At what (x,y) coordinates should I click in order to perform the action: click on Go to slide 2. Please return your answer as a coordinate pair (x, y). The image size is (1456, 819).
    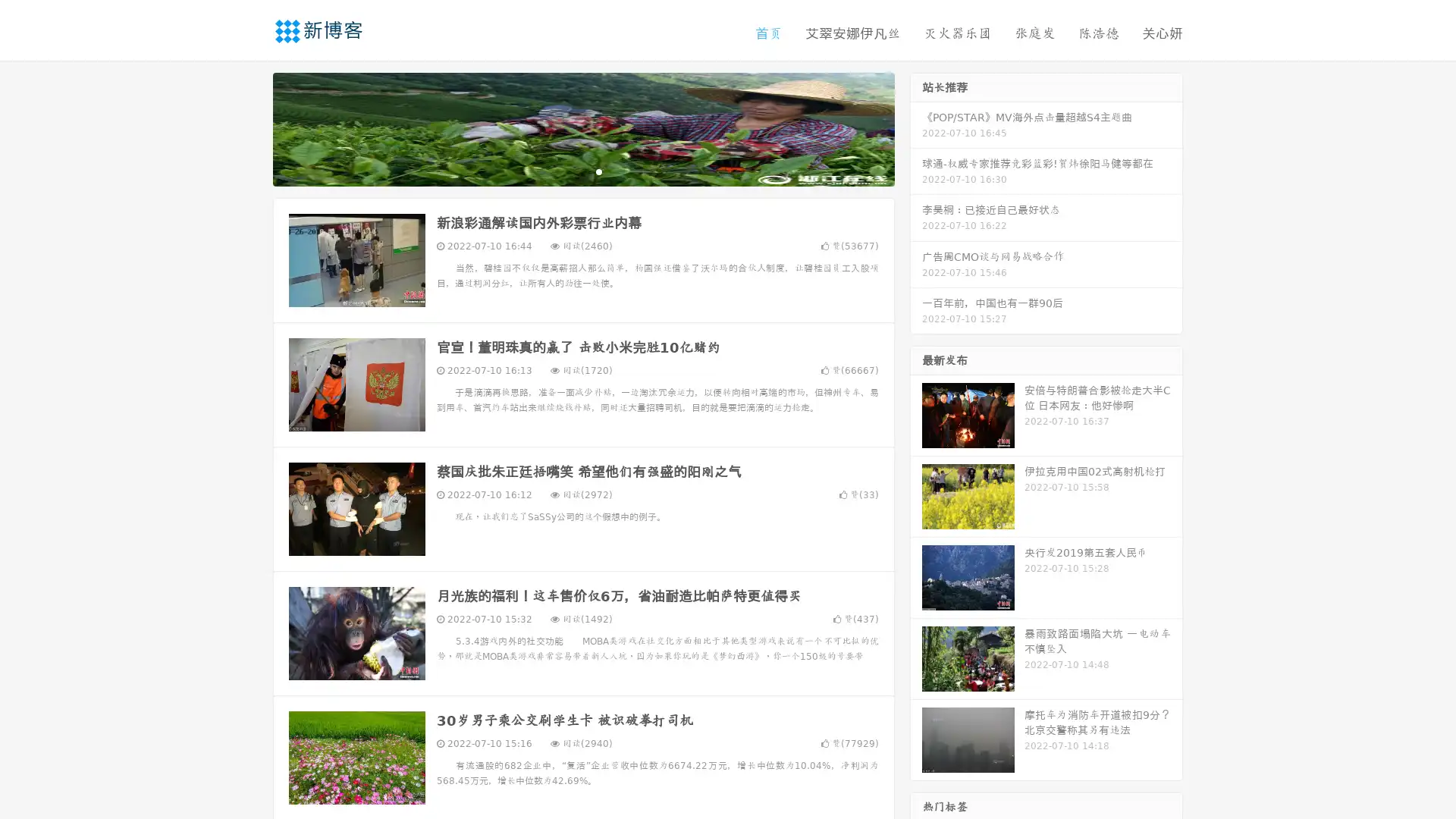
    Looking at the image, I should click on (582, 171).